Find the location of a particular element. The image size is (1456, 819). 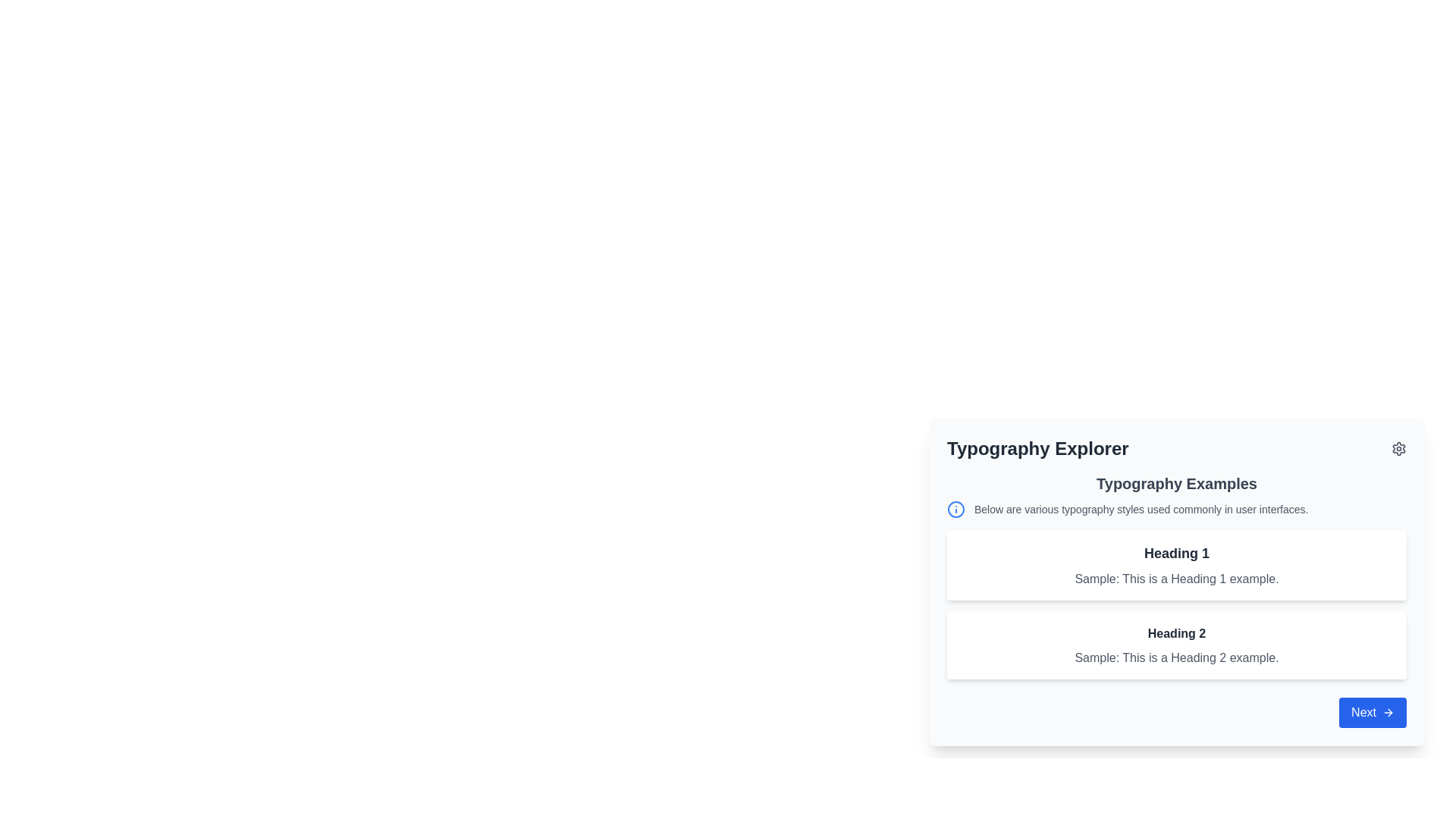

text label that contains 'Below are various typography styles used commonly in user interfaces.' located in the bottom-right panel titled 'Typography Explorer', specifically below the heading 'Typography Examples' is located at coordinates (1141, 509).